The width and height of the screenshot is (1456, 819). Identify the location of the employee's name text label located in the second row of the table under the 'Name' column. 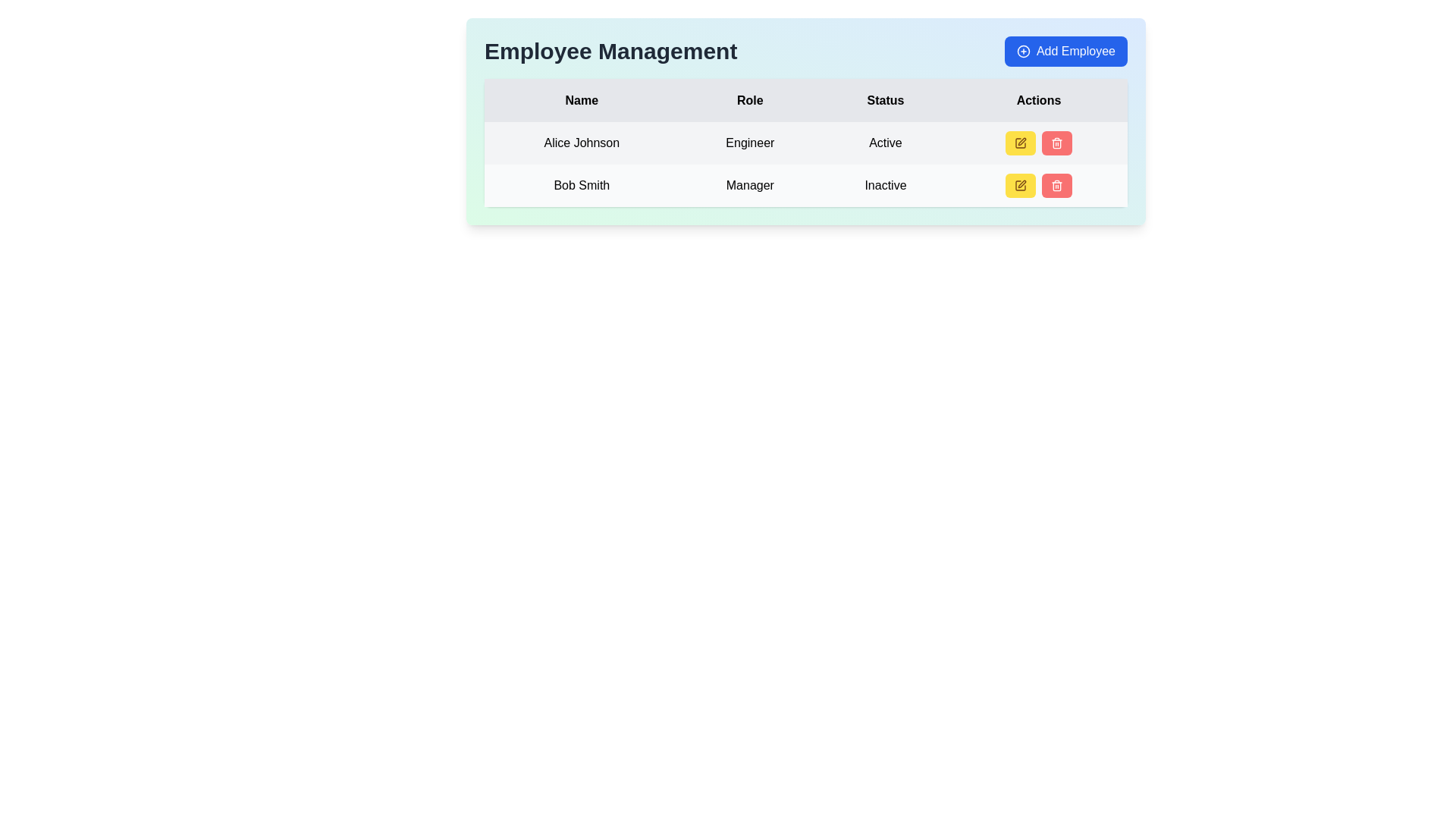
(581, 185).